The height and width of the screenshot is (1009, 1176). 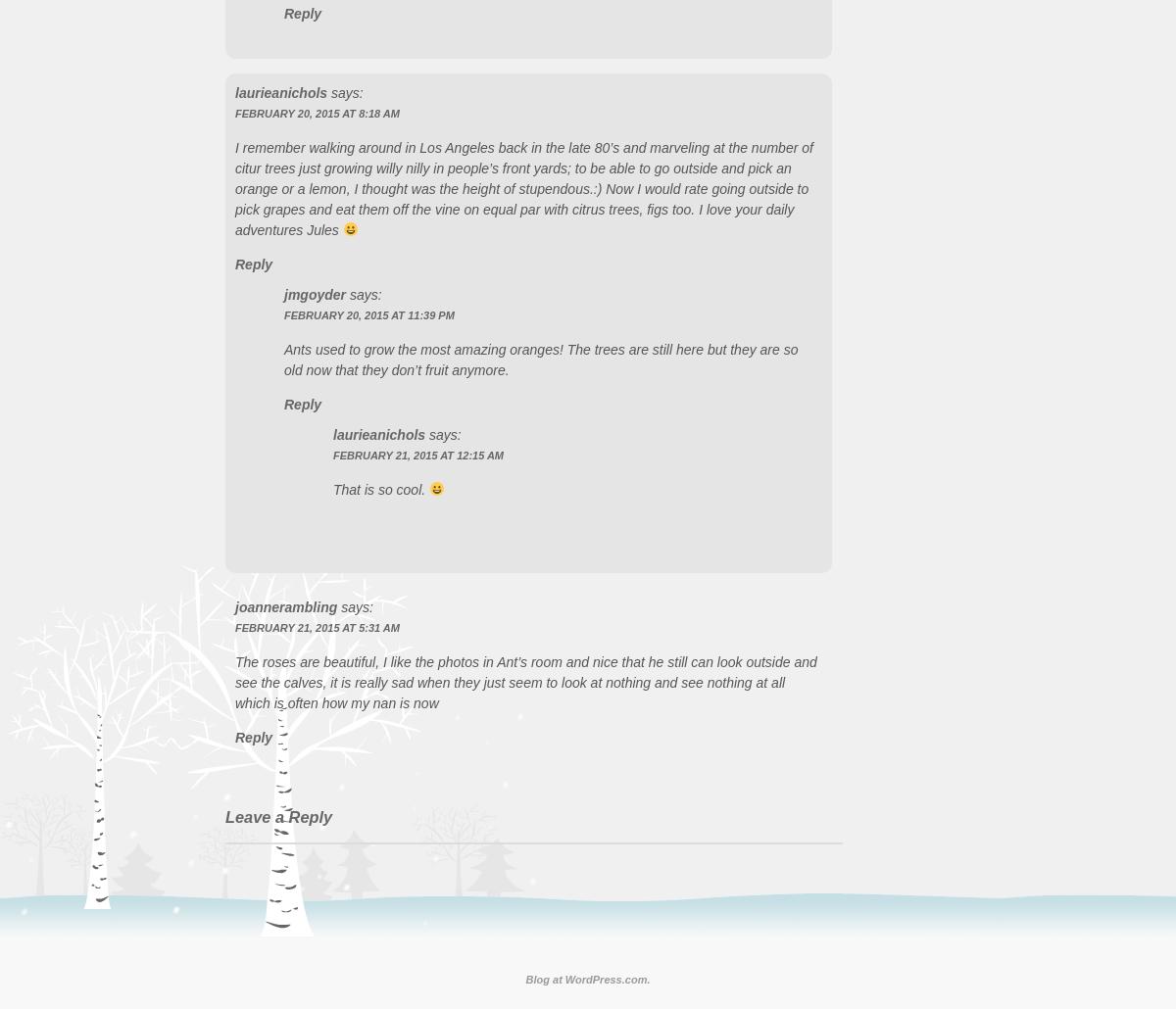 I want to click on 'The roses are beautiful, I like the photos in Ant’s room and nice that he still can look outside and see the calves, it is really sad when they just seem to look at nothing and see nothing at all which is often how my nan is now', so click(x=524, y=681).